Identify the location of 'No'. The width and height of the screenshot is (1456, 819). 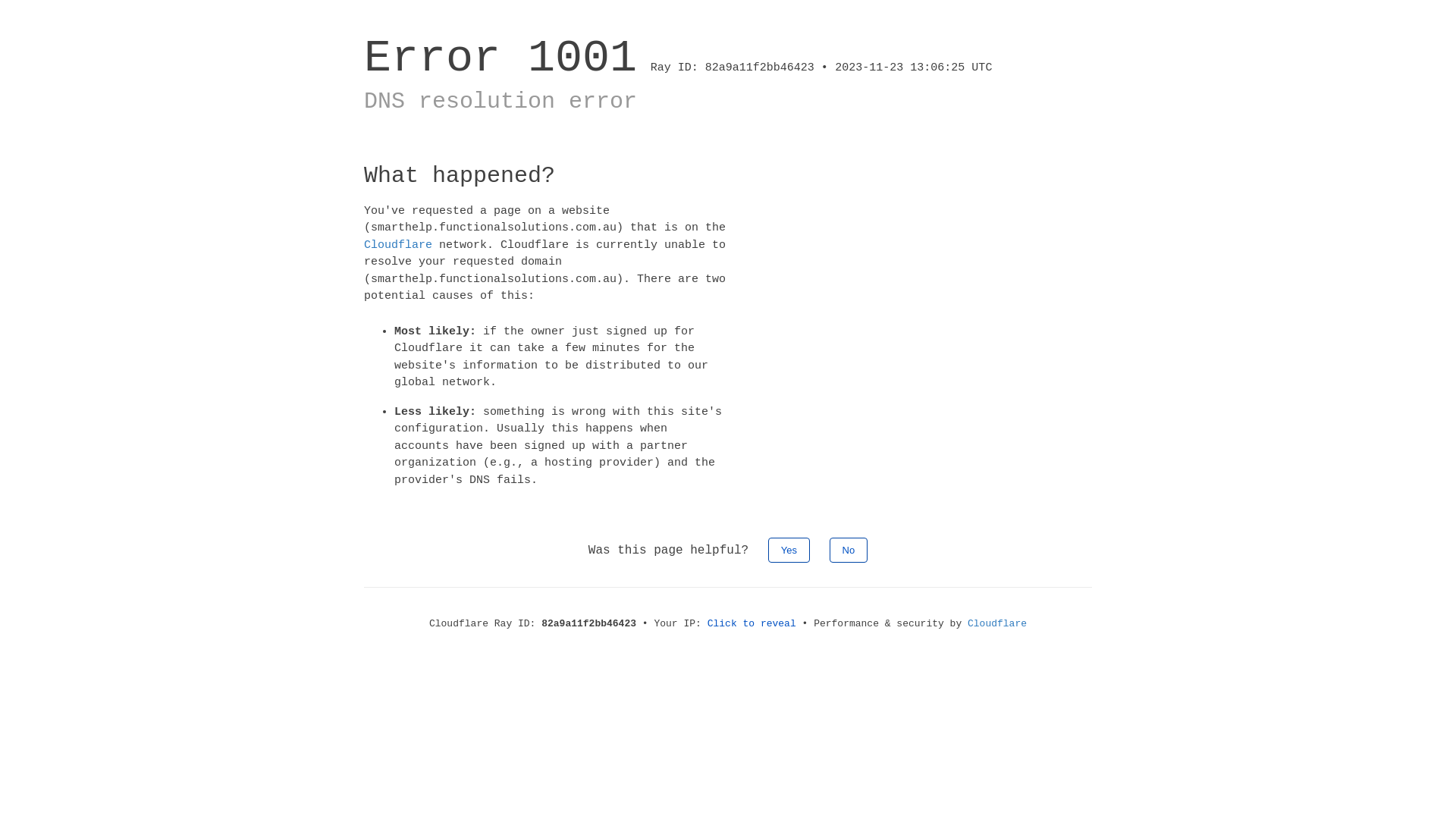
(848, 550).